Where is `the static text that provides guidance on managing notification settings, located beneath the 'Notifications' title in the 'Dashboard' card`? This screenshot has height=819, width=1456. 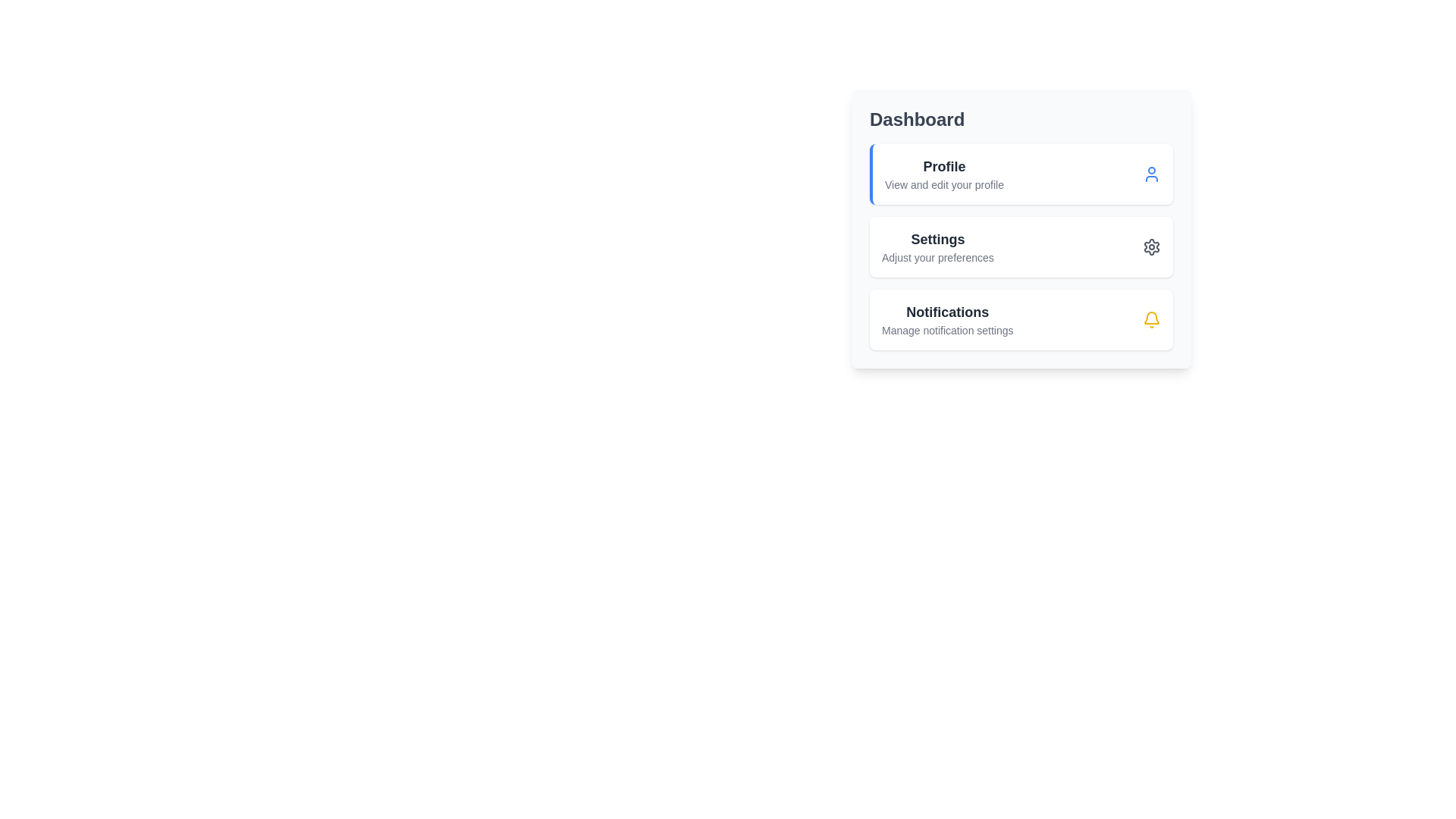
the static text that provides guidance on managing notification settings, located beneath the 'Notifications' title in the 'Dashboard' card is located at coordinates (946, 329).